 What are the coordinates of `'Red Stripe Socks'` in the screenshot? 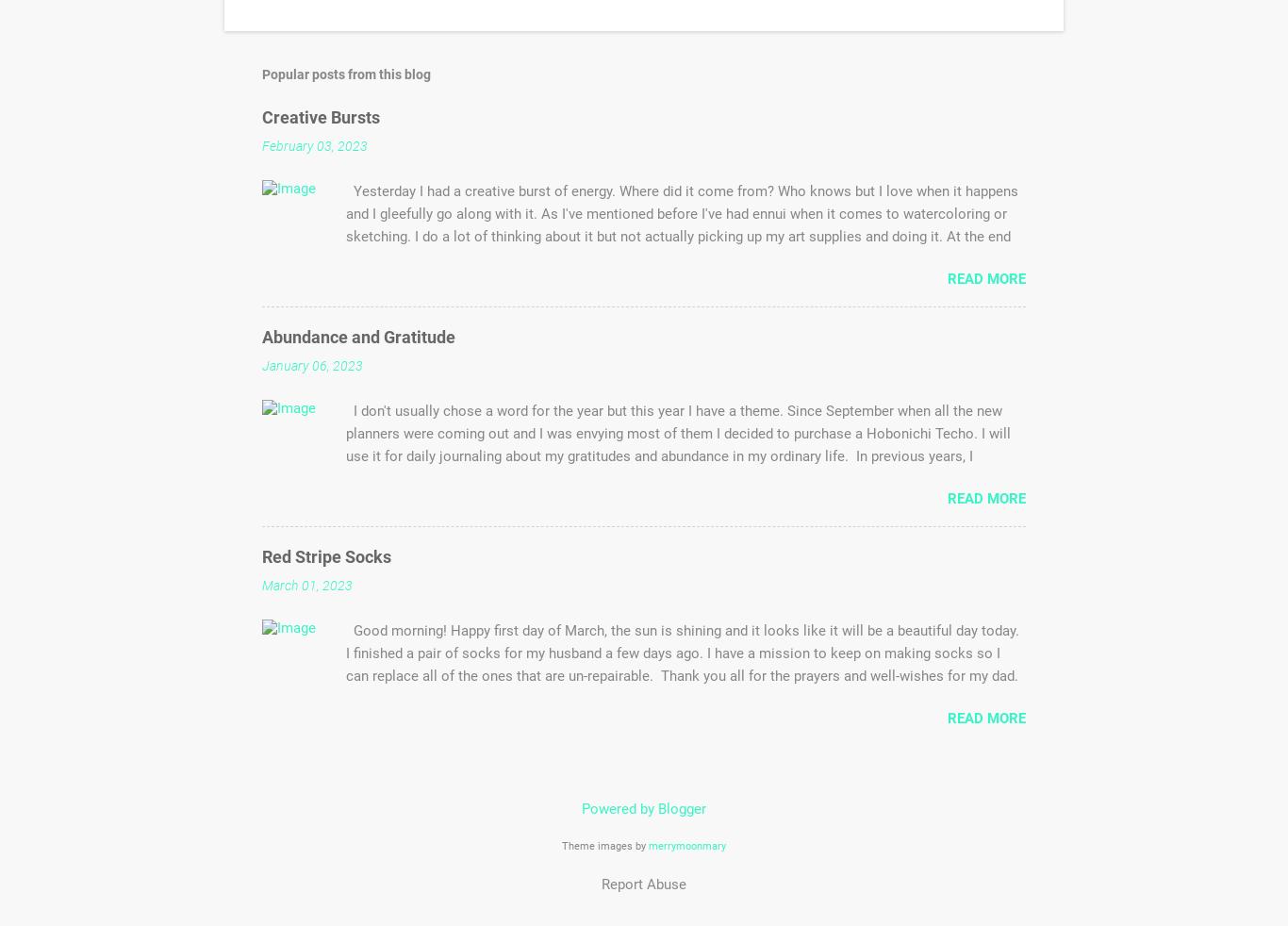 It's located at (325, 555).